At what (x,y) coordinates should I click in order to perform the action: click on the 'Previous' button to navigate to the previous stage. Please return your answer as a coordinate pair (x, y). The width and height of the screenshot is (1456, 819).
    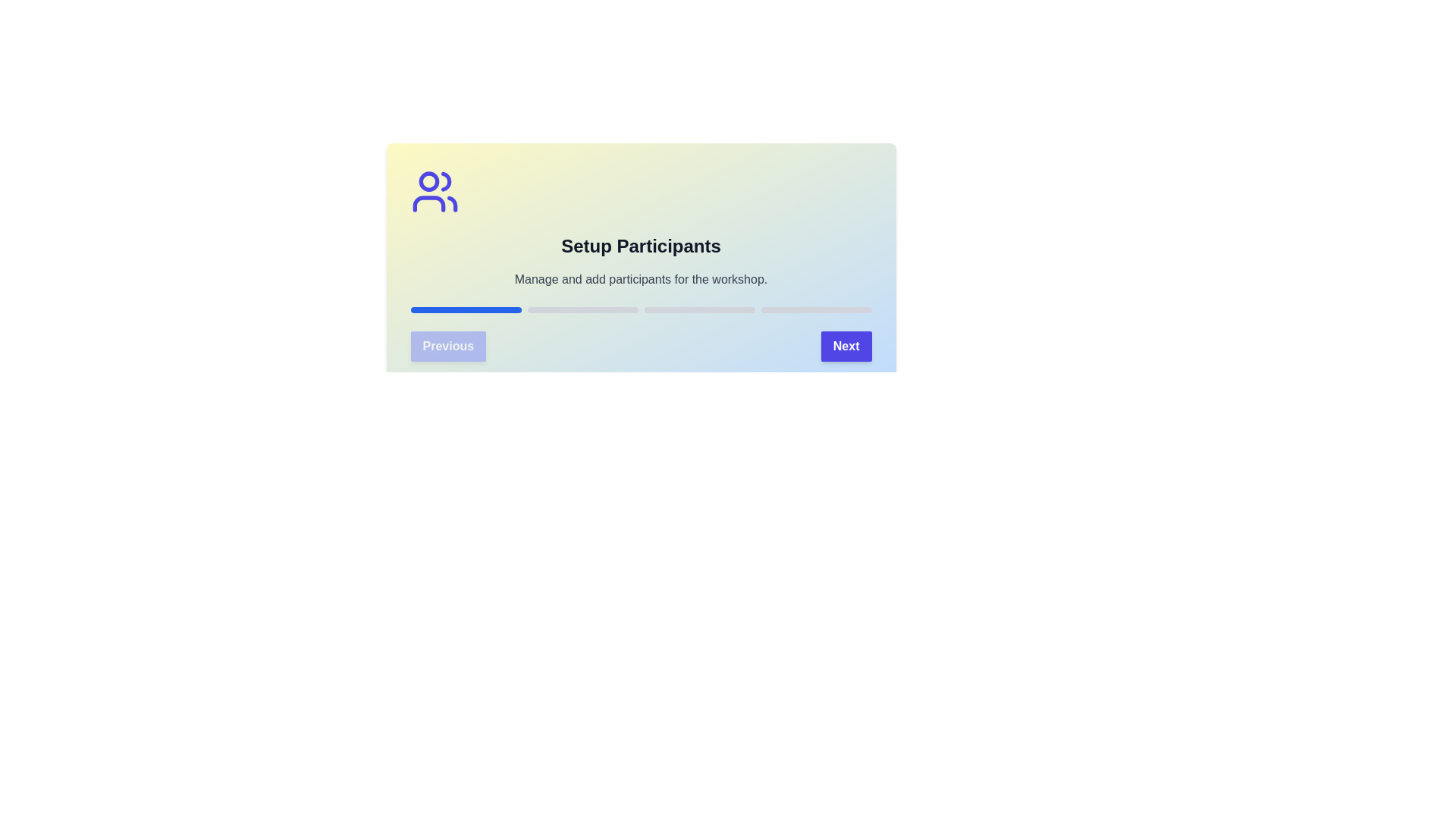
    Looking at the image, I should click on (447, 346).